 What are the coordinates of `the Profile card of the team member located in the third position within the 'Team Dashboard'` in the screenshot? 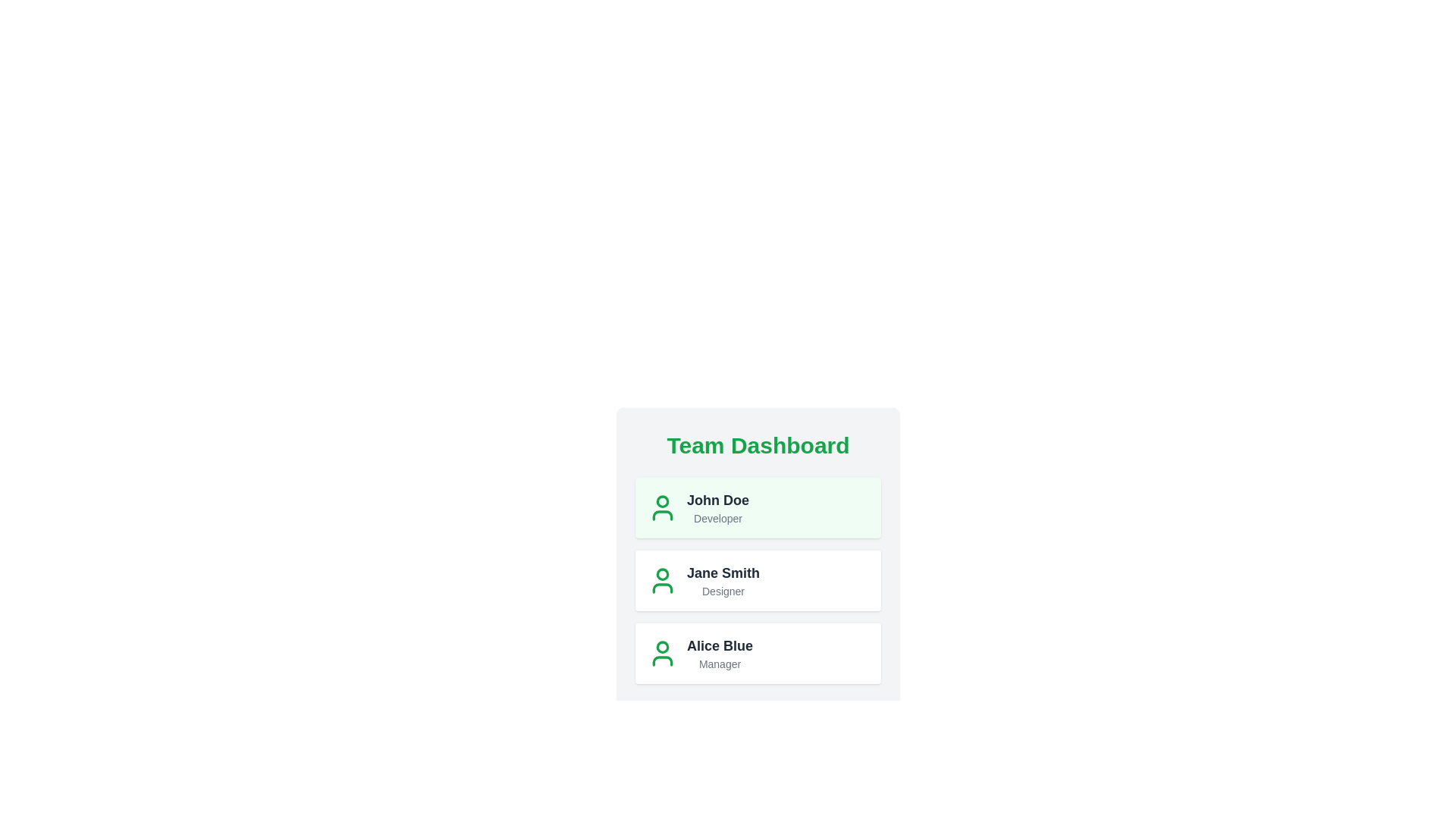 It's located at (758, 652).